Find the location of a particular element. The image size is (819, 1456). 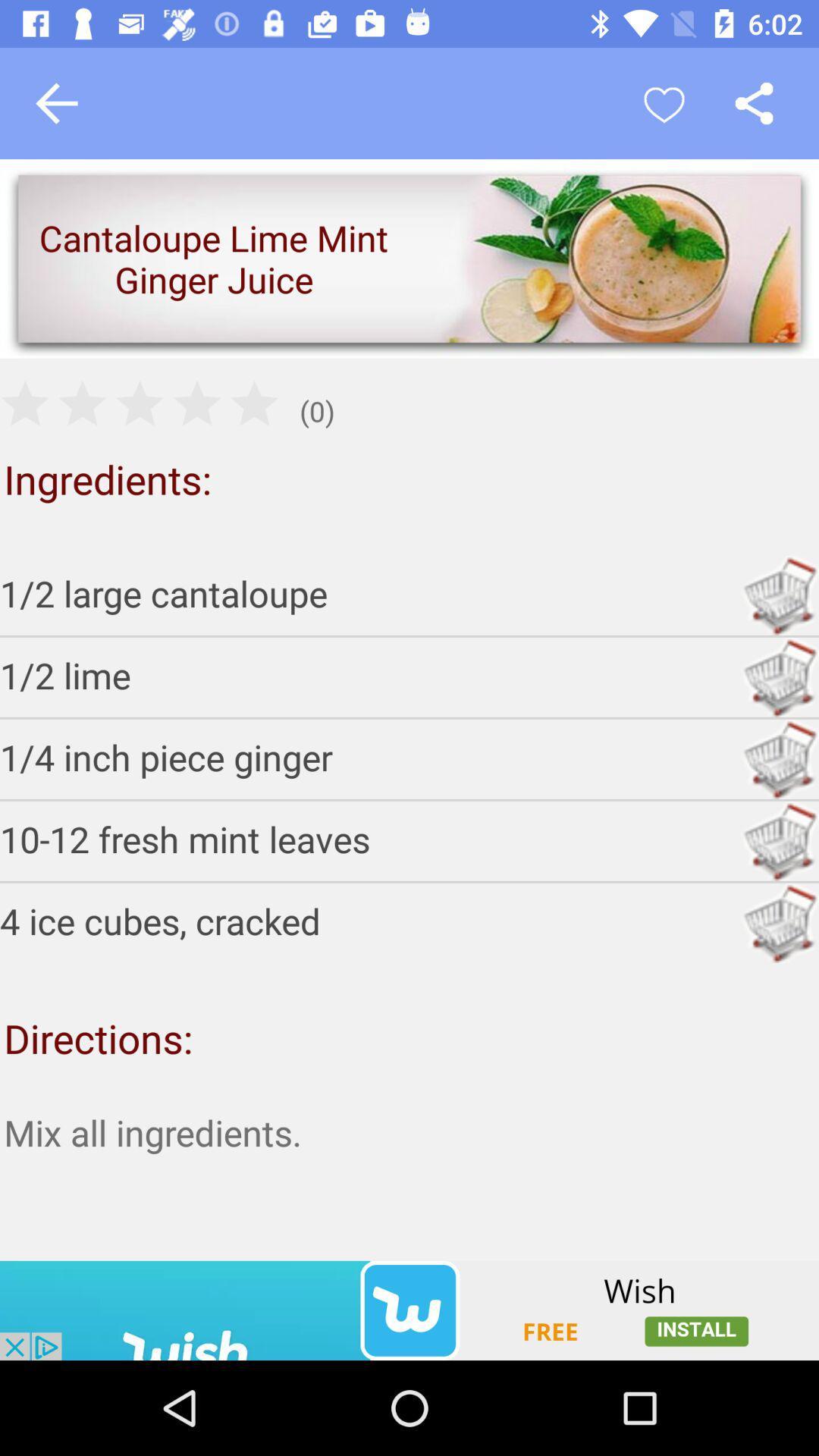

recipe is located at coordinates (663, 102).